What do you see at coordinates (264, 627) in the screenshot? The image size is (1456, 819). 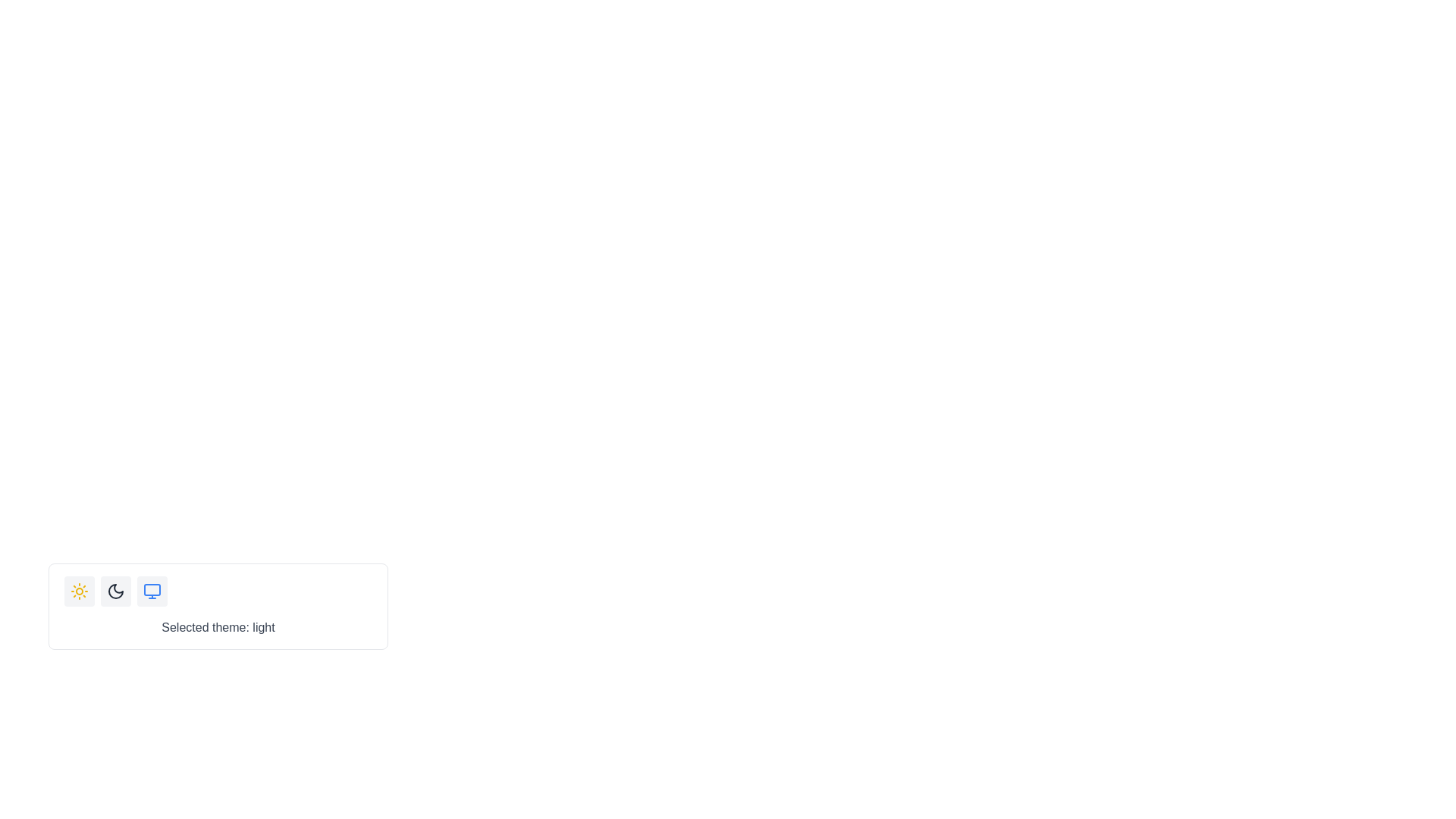 I see `the static text label displaying the currently selected theme, which is located to the right of the 'Selected theme:' text` at bounding box center [264, 627].